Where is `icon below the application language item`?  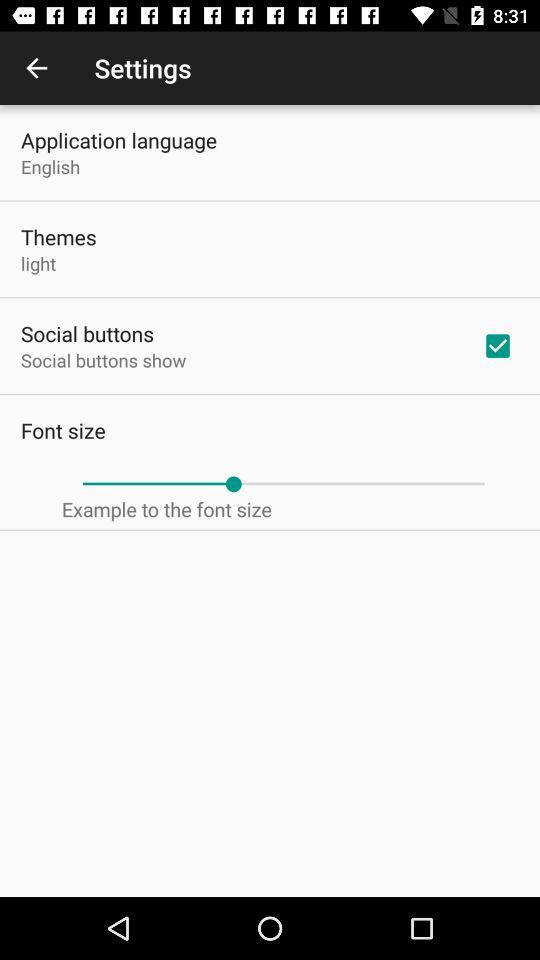
icon below the application language item is located at coordinates (50, 165).